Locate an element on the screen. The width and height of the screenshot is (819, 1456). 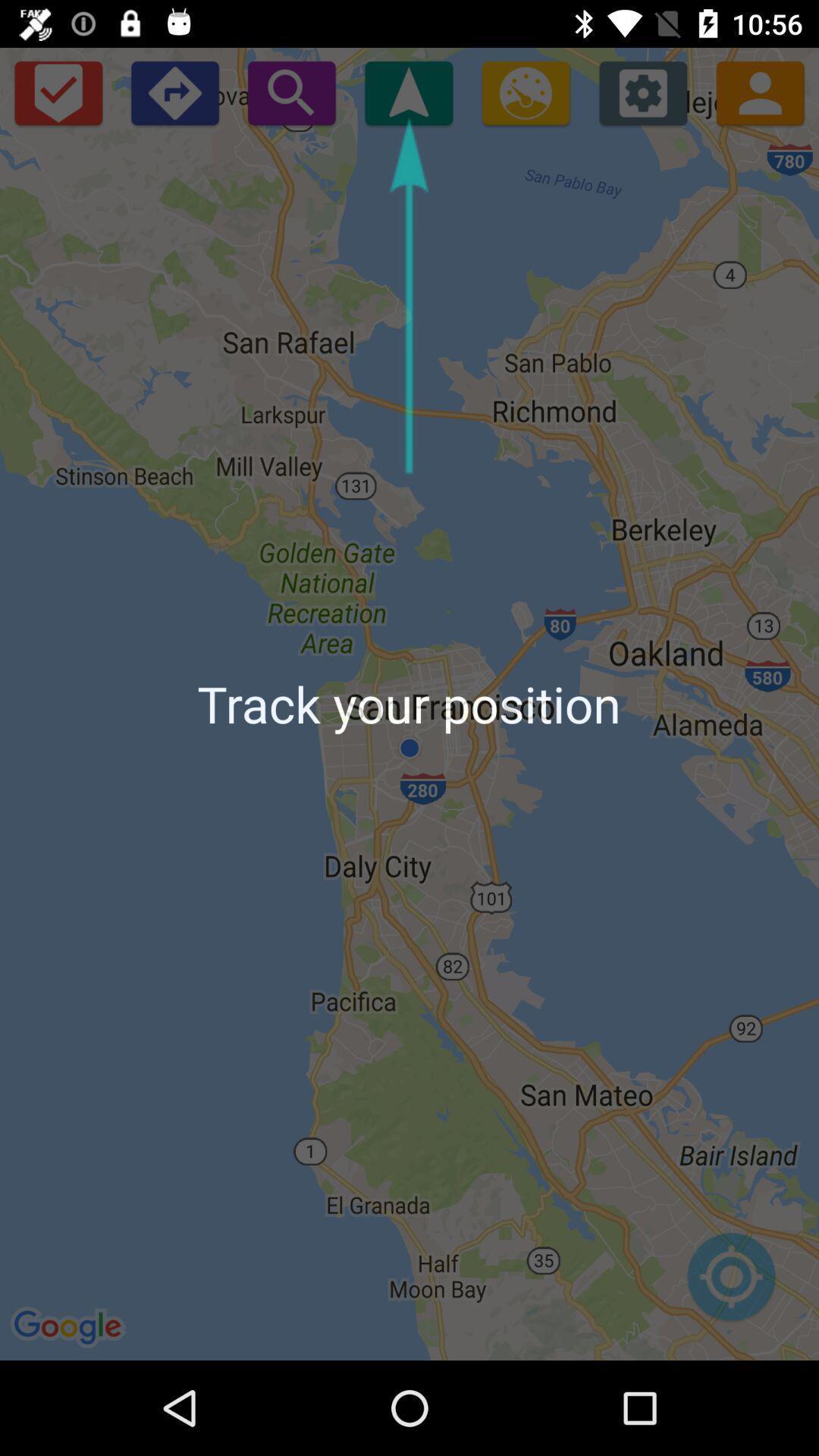
contact selection is located at coordinates (760, 92).